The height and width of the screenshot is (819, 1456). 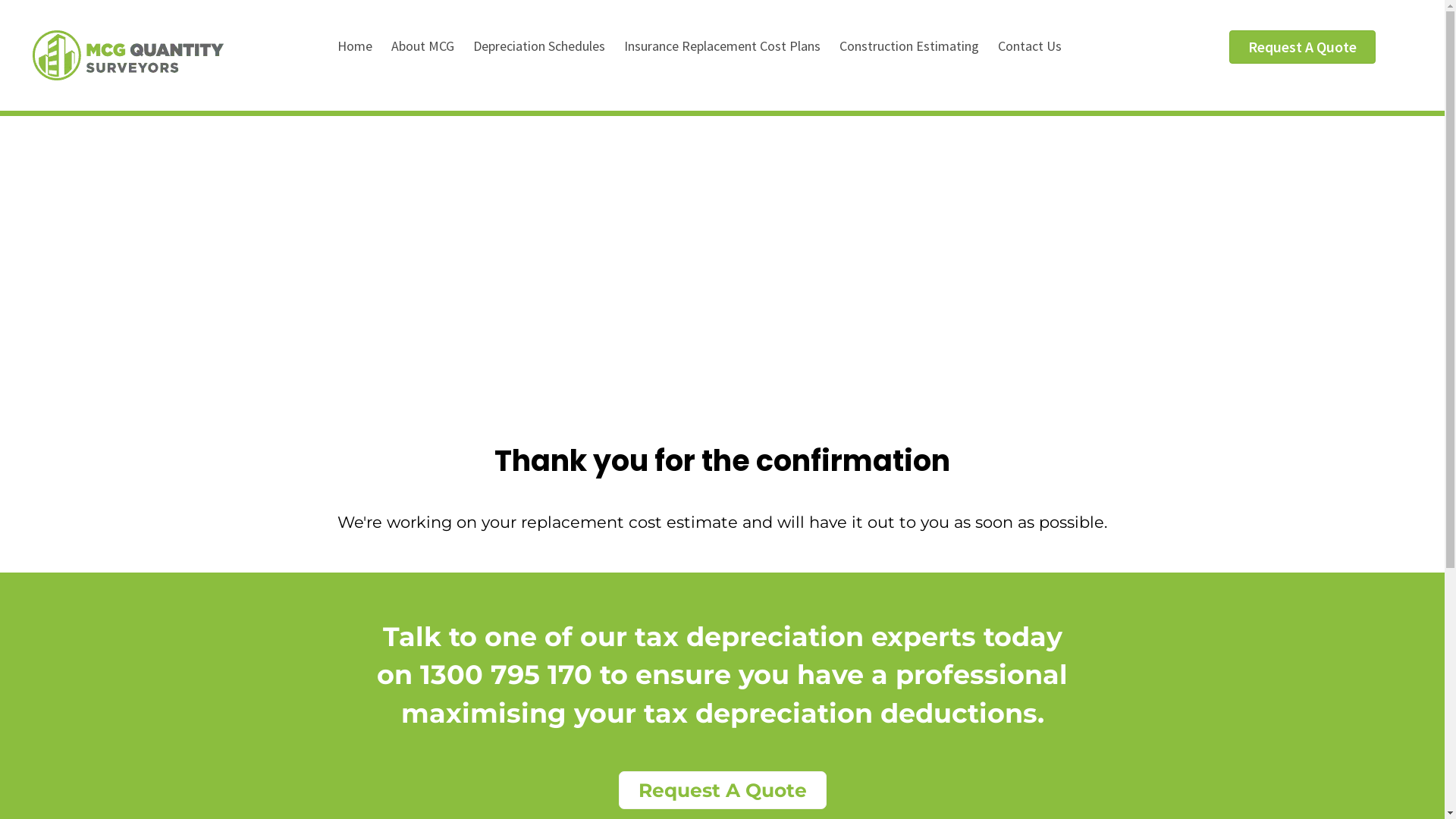 I want to click on 'About MCG', so click(x=431, y=44).